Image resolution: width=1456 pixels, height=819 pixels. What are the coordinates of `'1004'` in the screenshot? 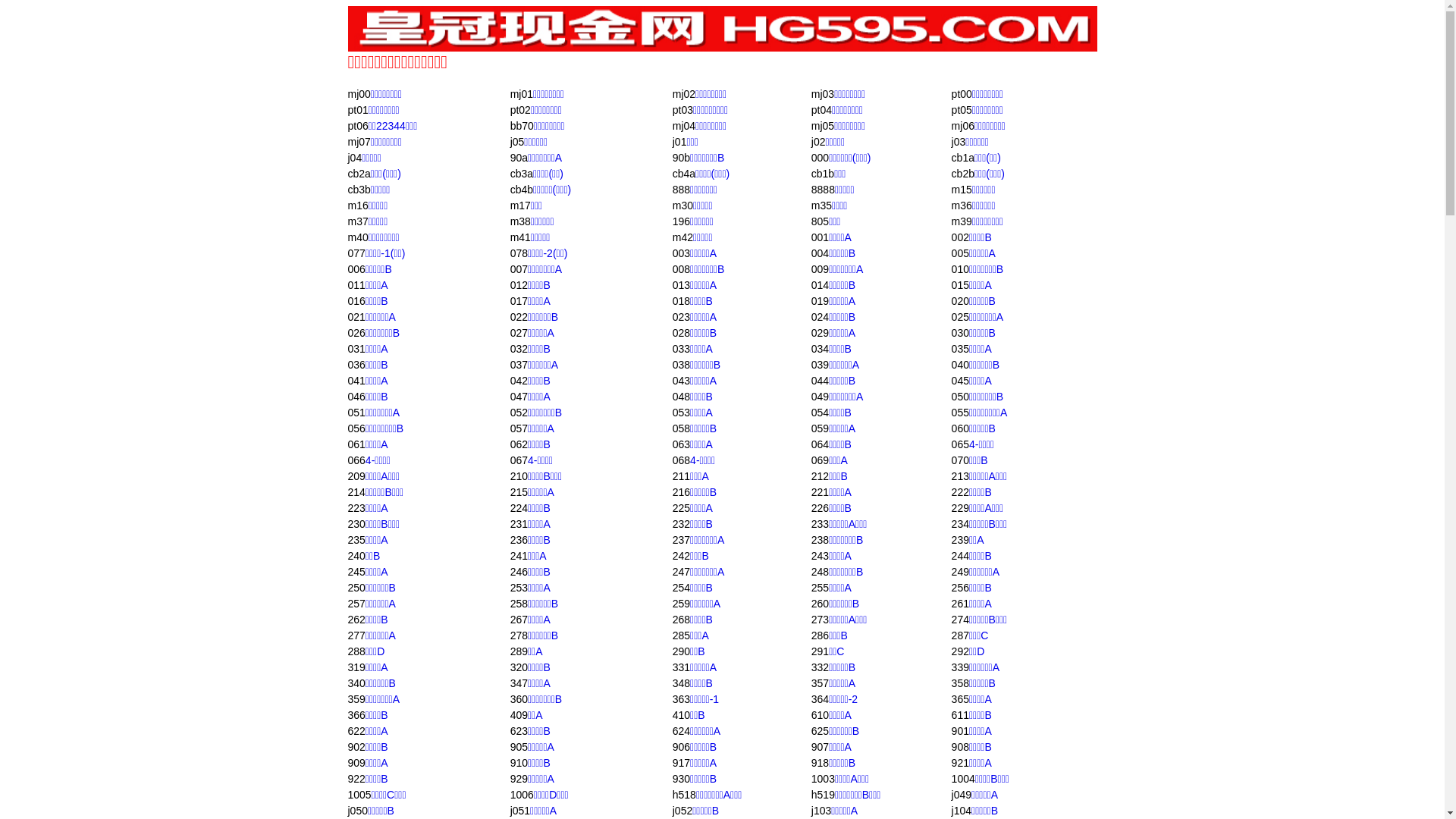 It's located at (962, 778).